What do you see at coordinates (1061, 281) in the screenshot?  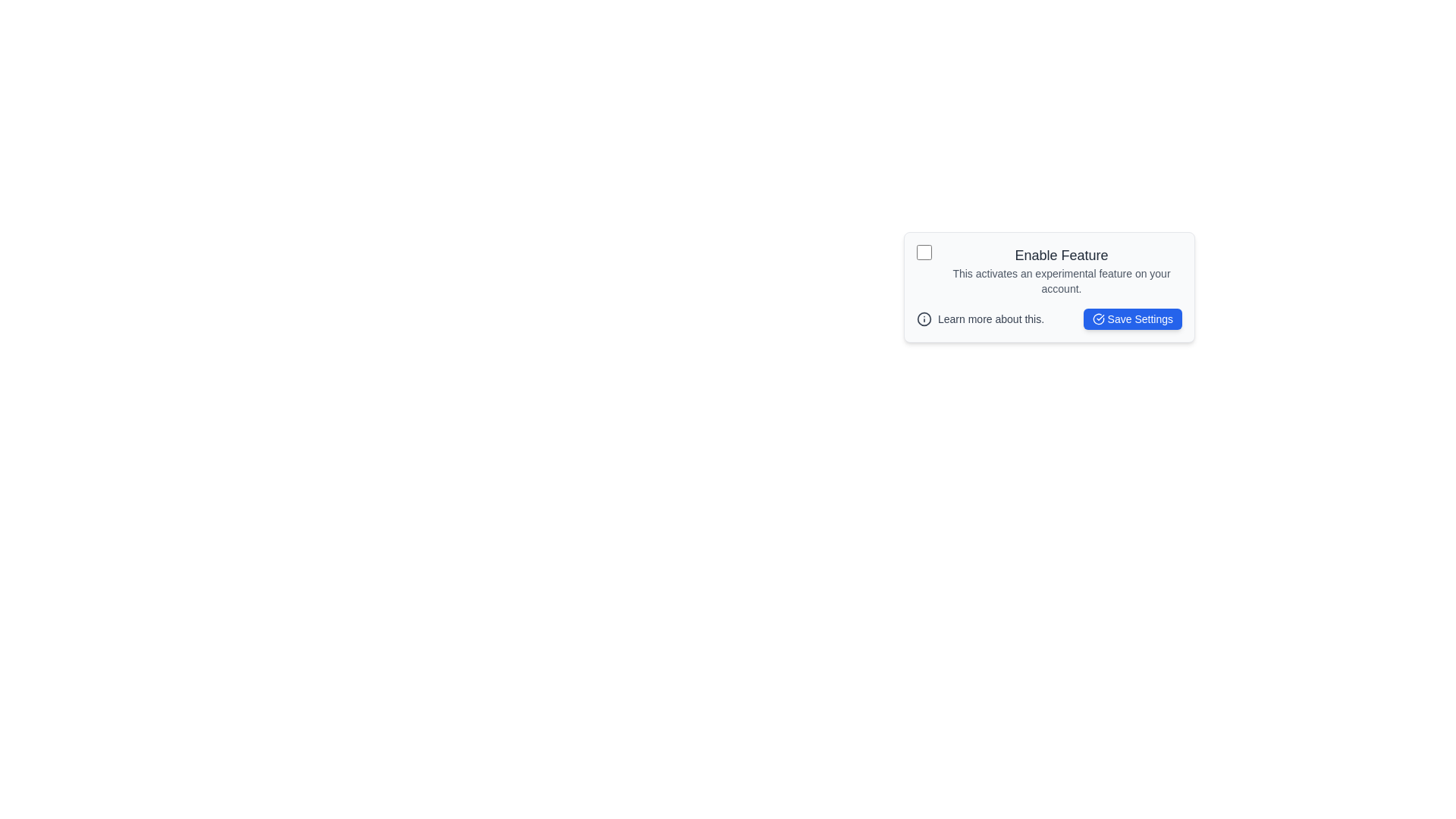 I see `information provided by the text label located to the right of the checkbox and below the 'Enable Feature' text` at bounding box center [1061, 281].